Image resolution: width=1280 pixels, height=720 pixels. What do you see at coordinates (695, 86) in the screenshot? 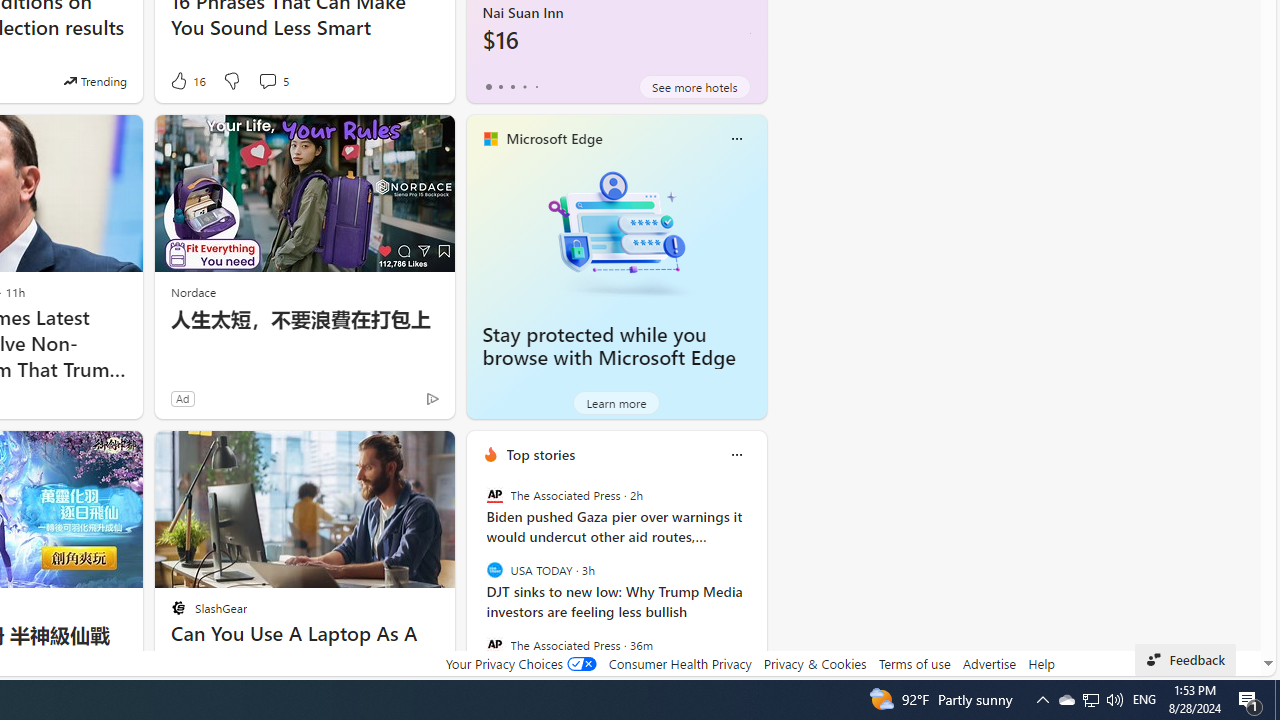
I see `'See more hotels'` at bounding box center [695, 86].